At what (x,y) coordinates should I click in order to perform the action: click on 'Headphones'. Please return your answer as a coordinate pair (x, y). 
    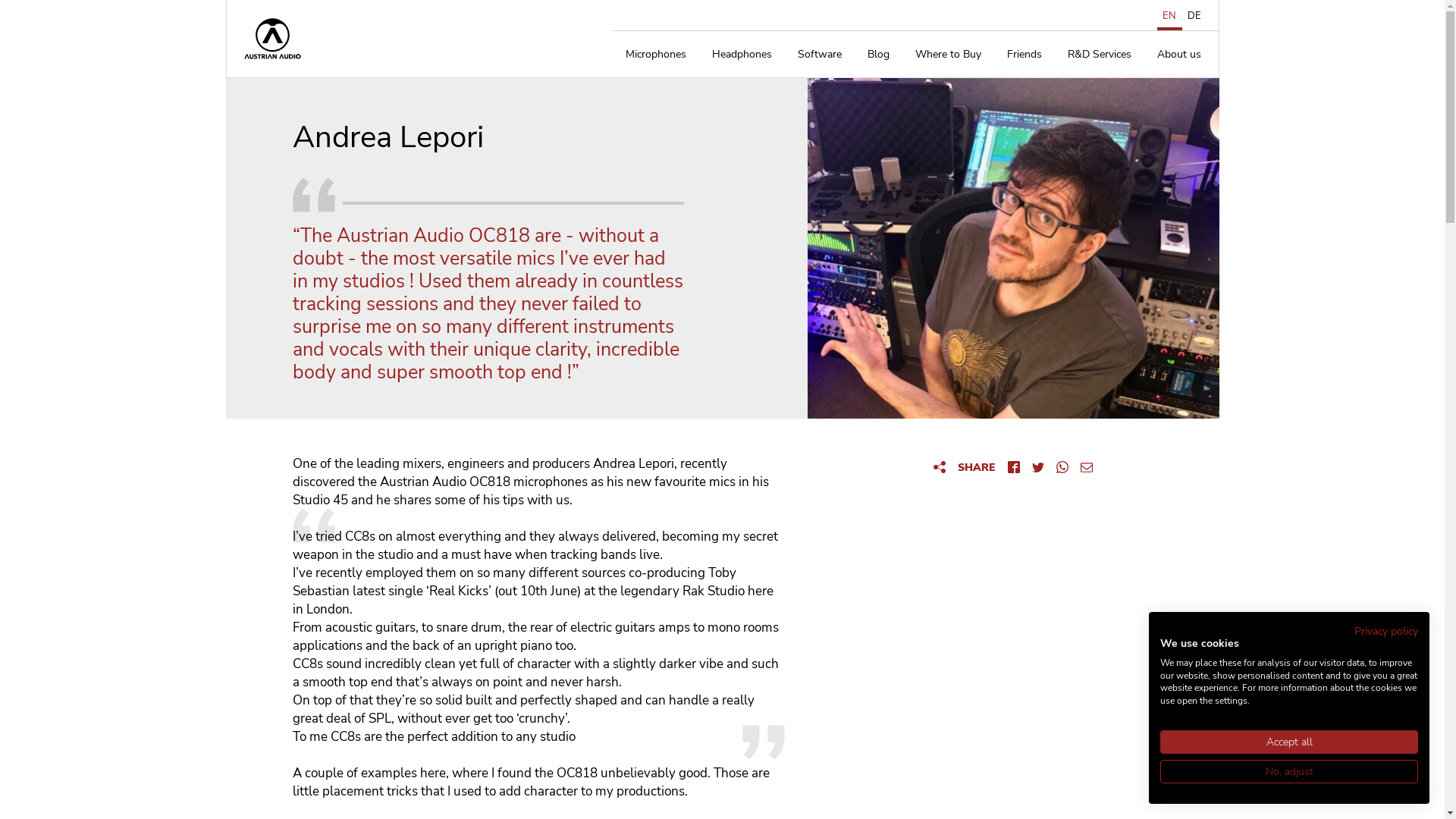
    Looking at the image, I should click on (742, 54).